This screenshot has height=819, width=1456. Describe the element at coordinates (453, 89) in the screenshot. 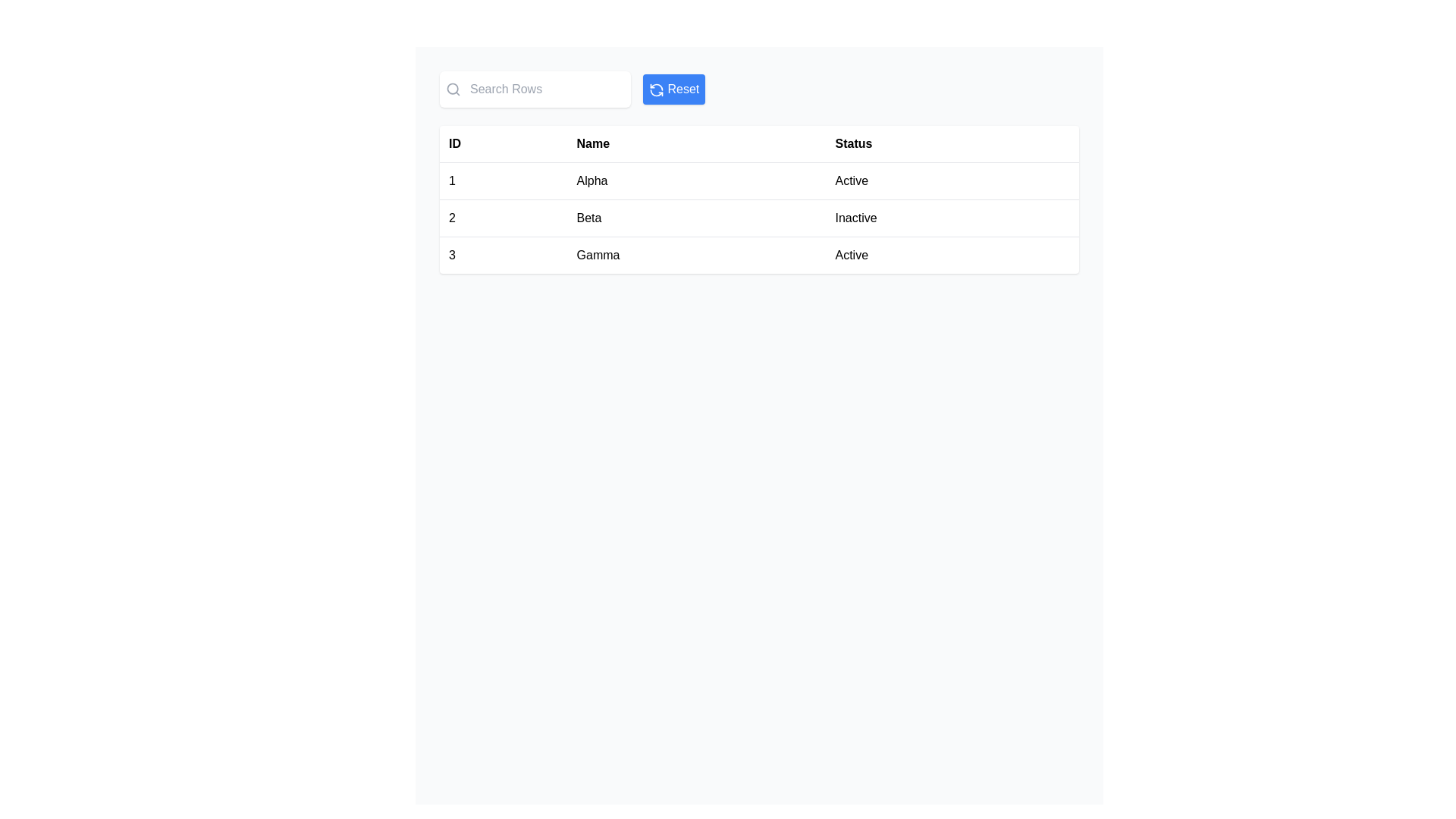

I see `the magnifying glass icon located at the leftmost side of the search bar, styled in light gray, within the top left corner of the interface` at that location.